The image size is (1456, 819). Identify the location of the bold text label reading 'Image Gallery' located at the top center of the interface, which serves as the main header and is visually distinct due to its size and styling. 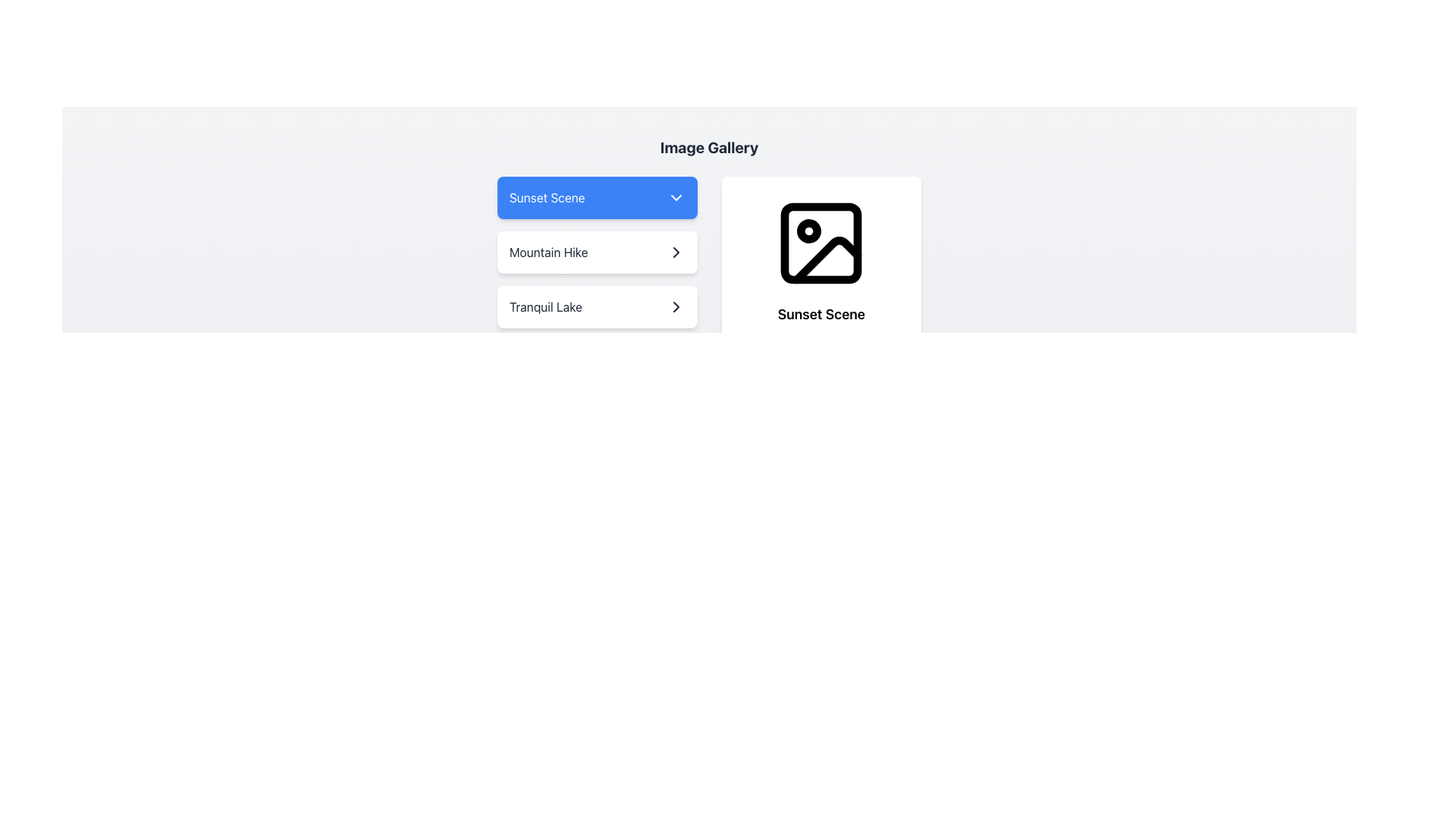
(708, 148).